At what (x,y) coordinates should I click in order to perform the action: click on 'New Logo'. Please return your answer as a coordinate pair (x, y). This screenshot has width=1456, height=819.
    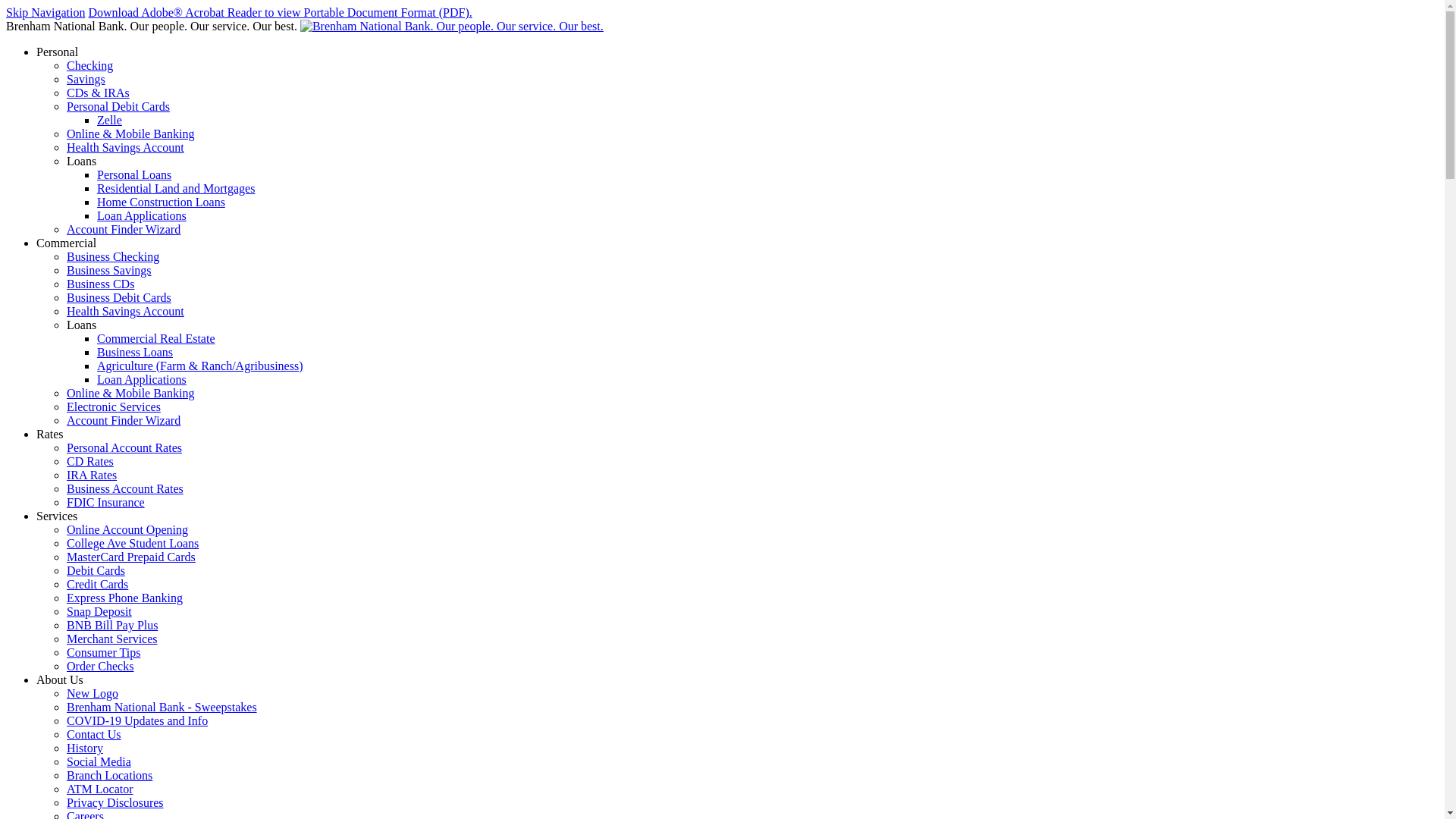
    Looking at the image, I should click on (91, 693).